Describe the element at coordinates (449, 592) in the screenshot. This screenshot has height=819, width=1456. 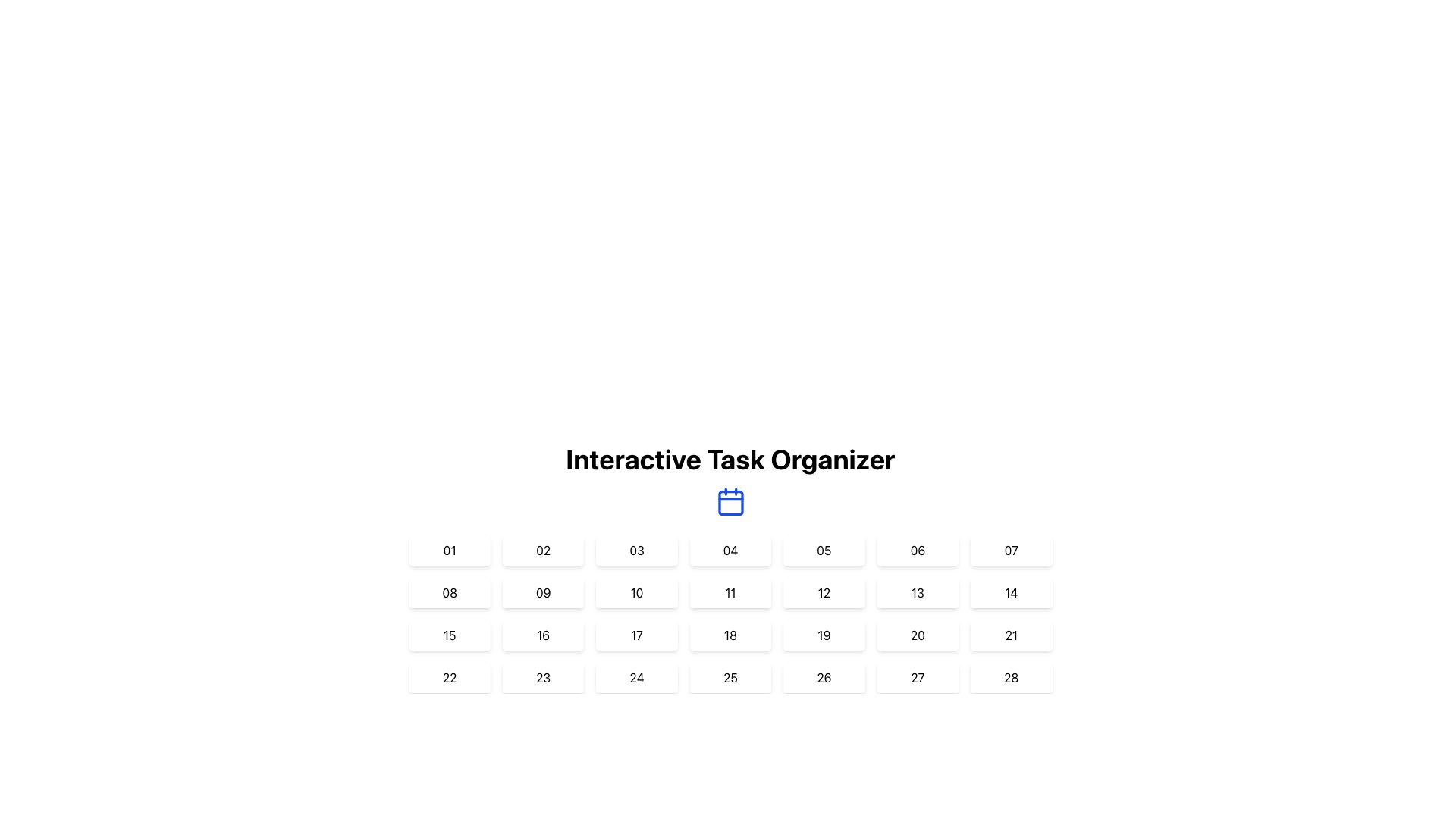
I see `the selectable day button located in the second row, first column of the grid layout` at that location.